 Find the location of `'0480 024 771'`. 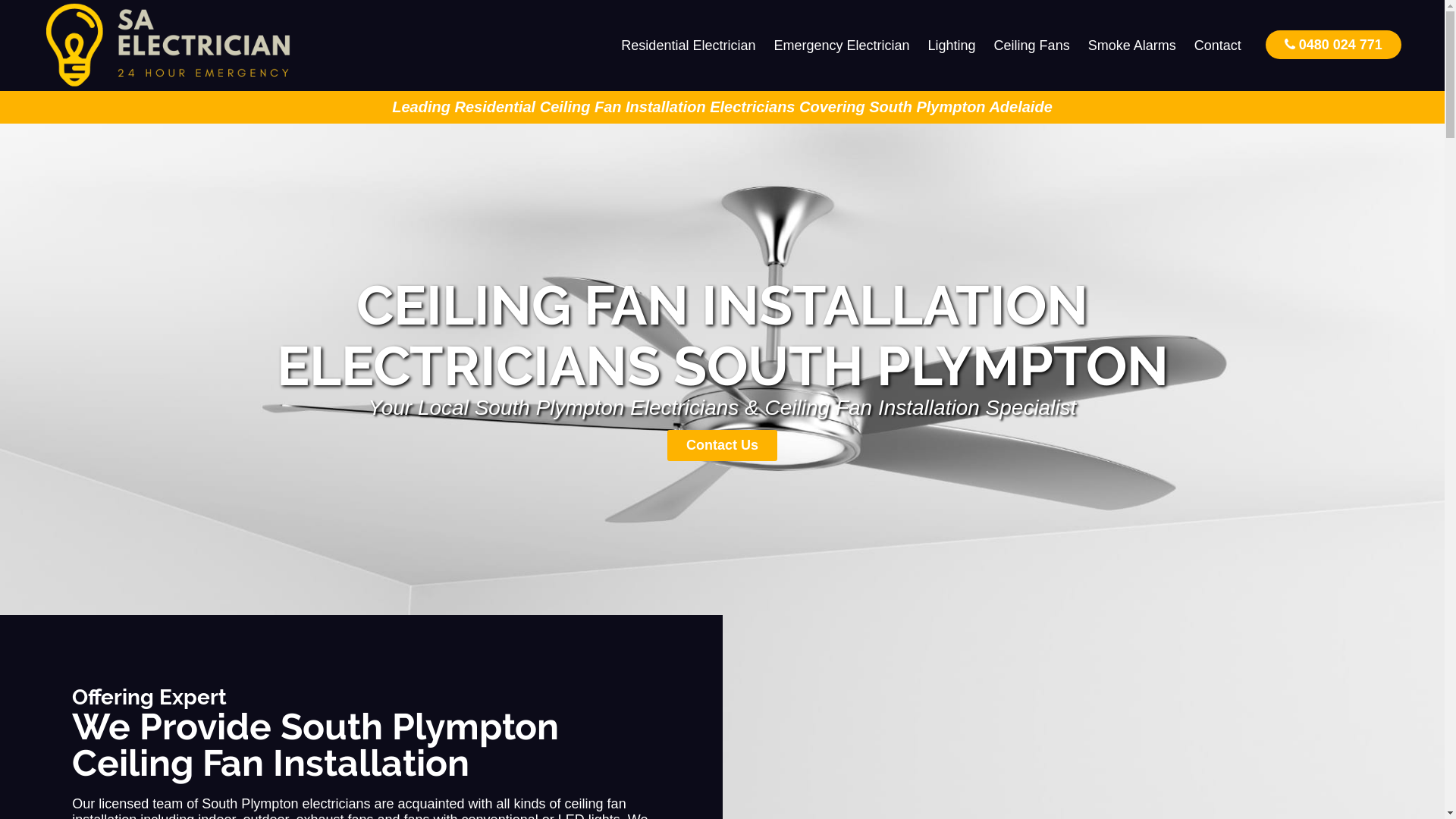

'0480 024 771' is located at coordinates (1332, 43).